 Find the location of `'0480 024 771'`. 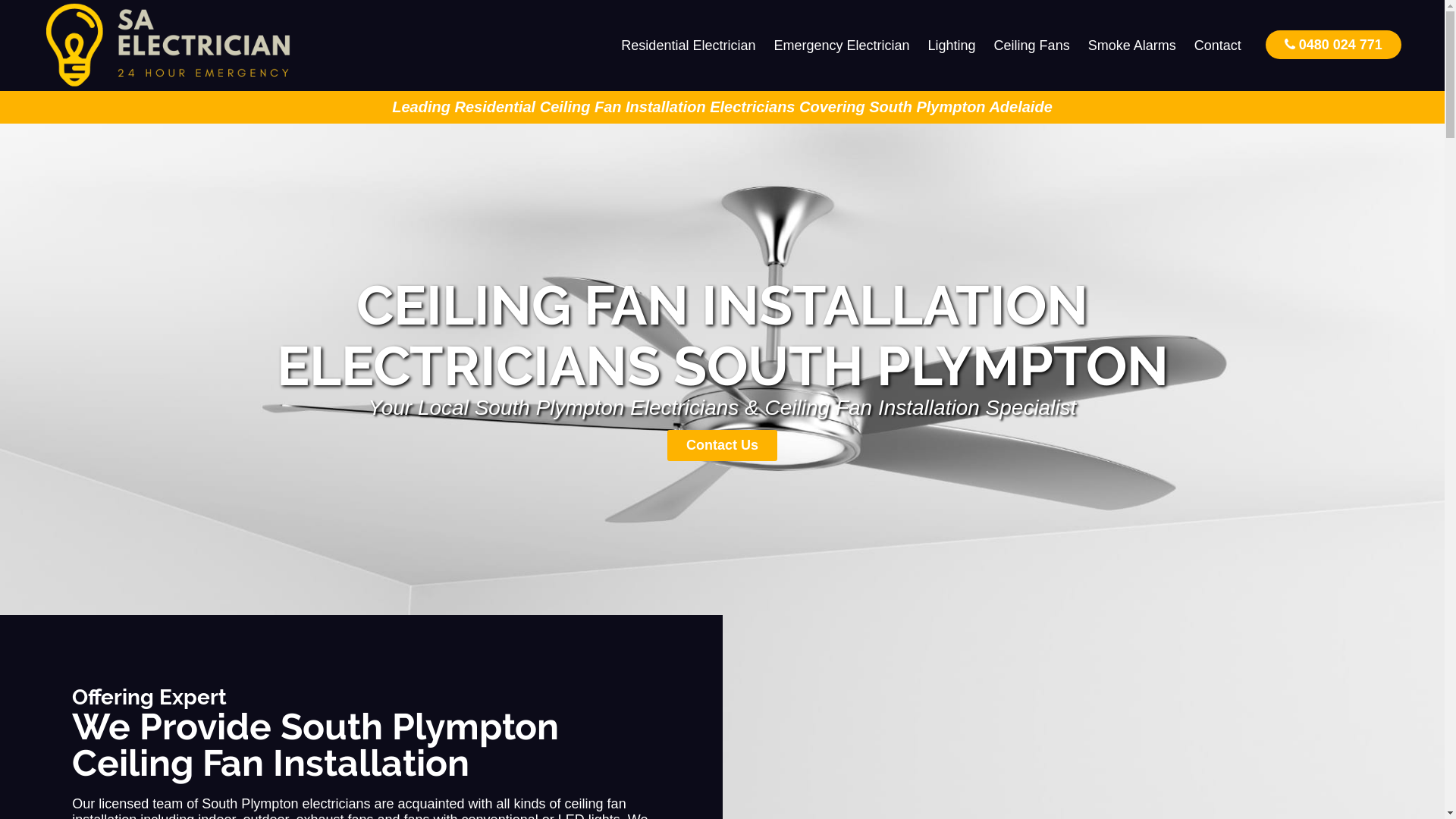

'0480 024 771' is located at coordinates (1332, 43).